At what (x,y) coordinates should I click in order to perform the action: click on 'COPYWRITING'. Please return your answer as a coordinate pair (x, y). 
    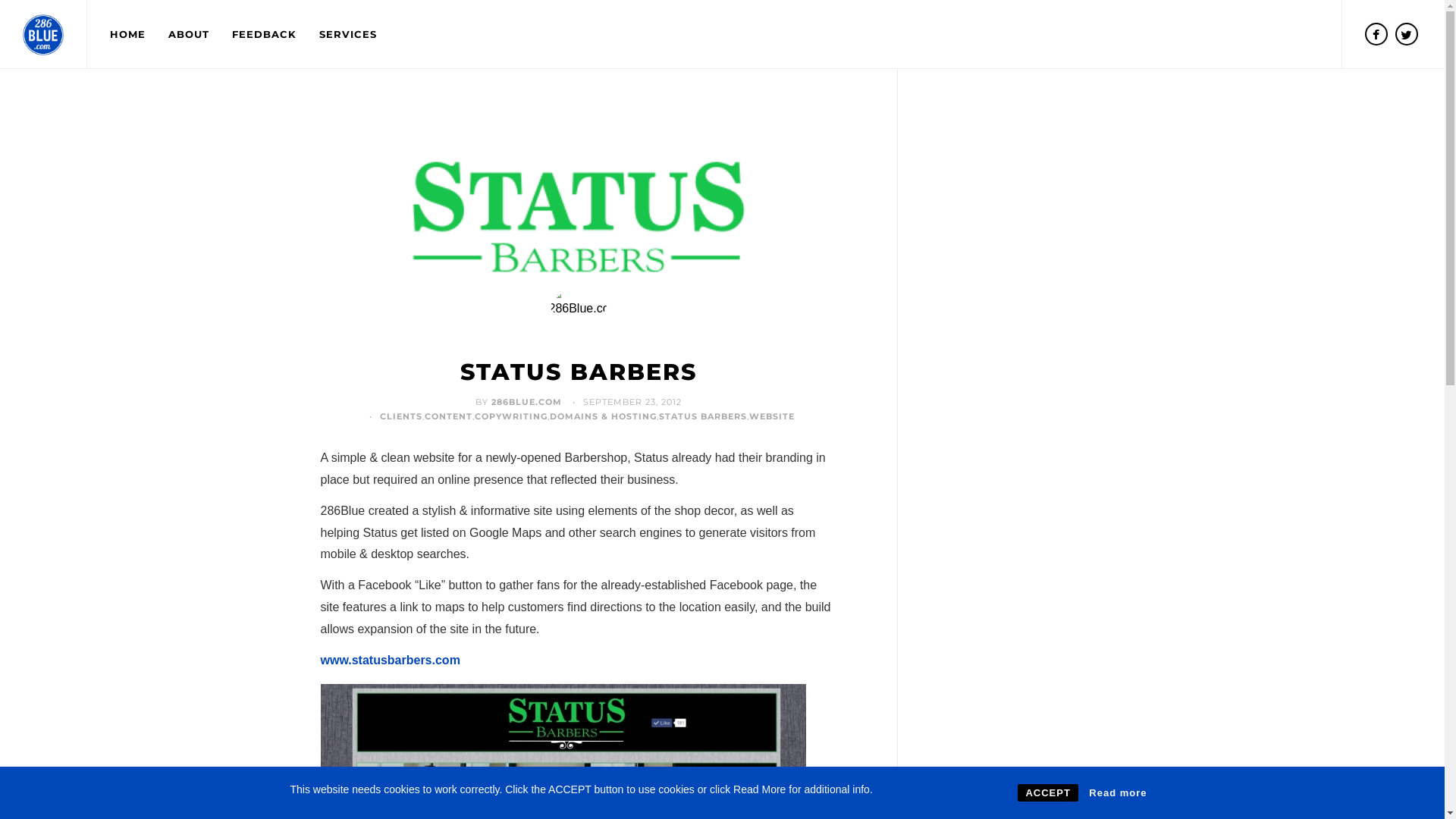
    Looking at the image, I should click on (510, 416).